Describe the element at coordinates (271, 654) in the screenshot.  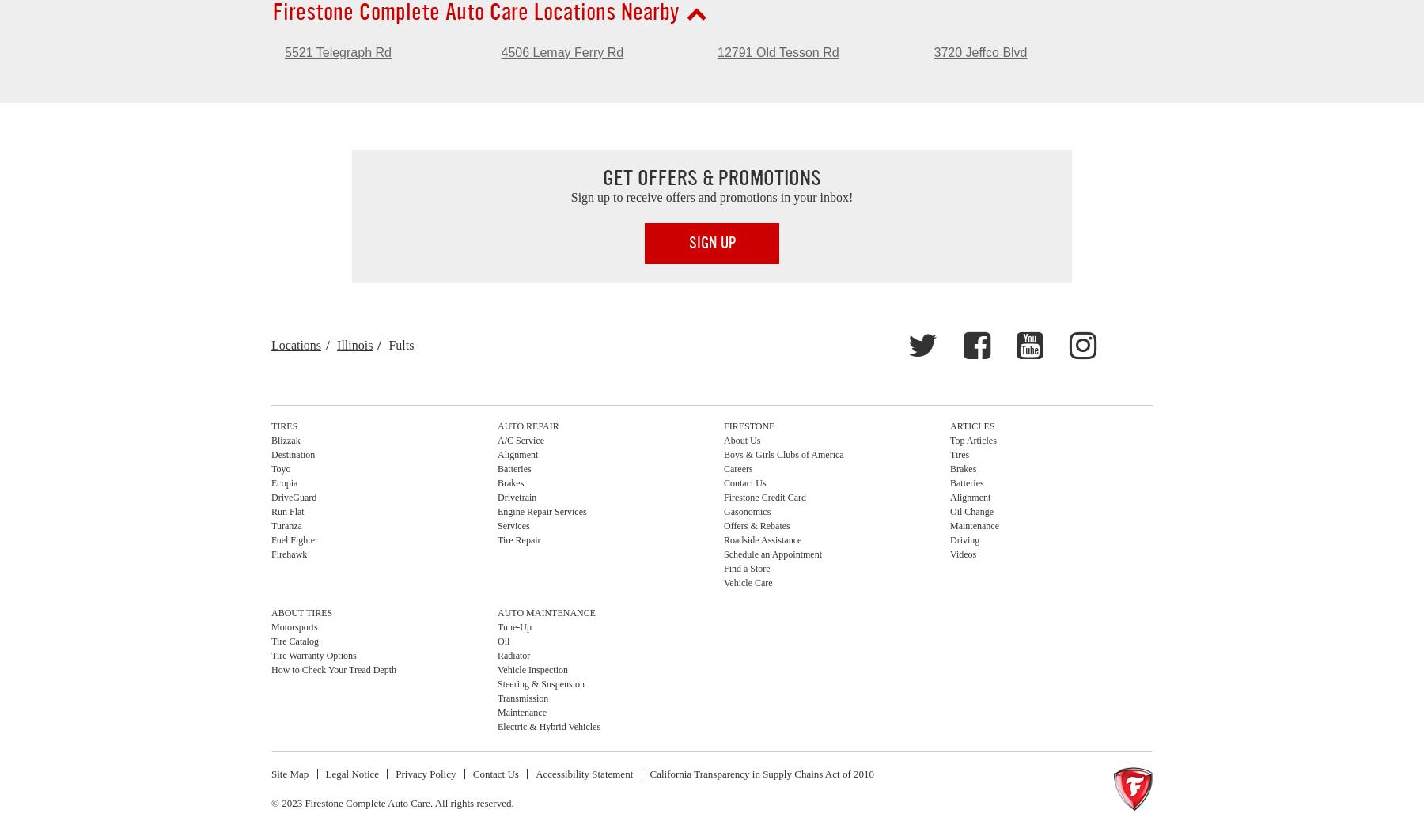
I see `'Tire Warranty Options'` at that location.